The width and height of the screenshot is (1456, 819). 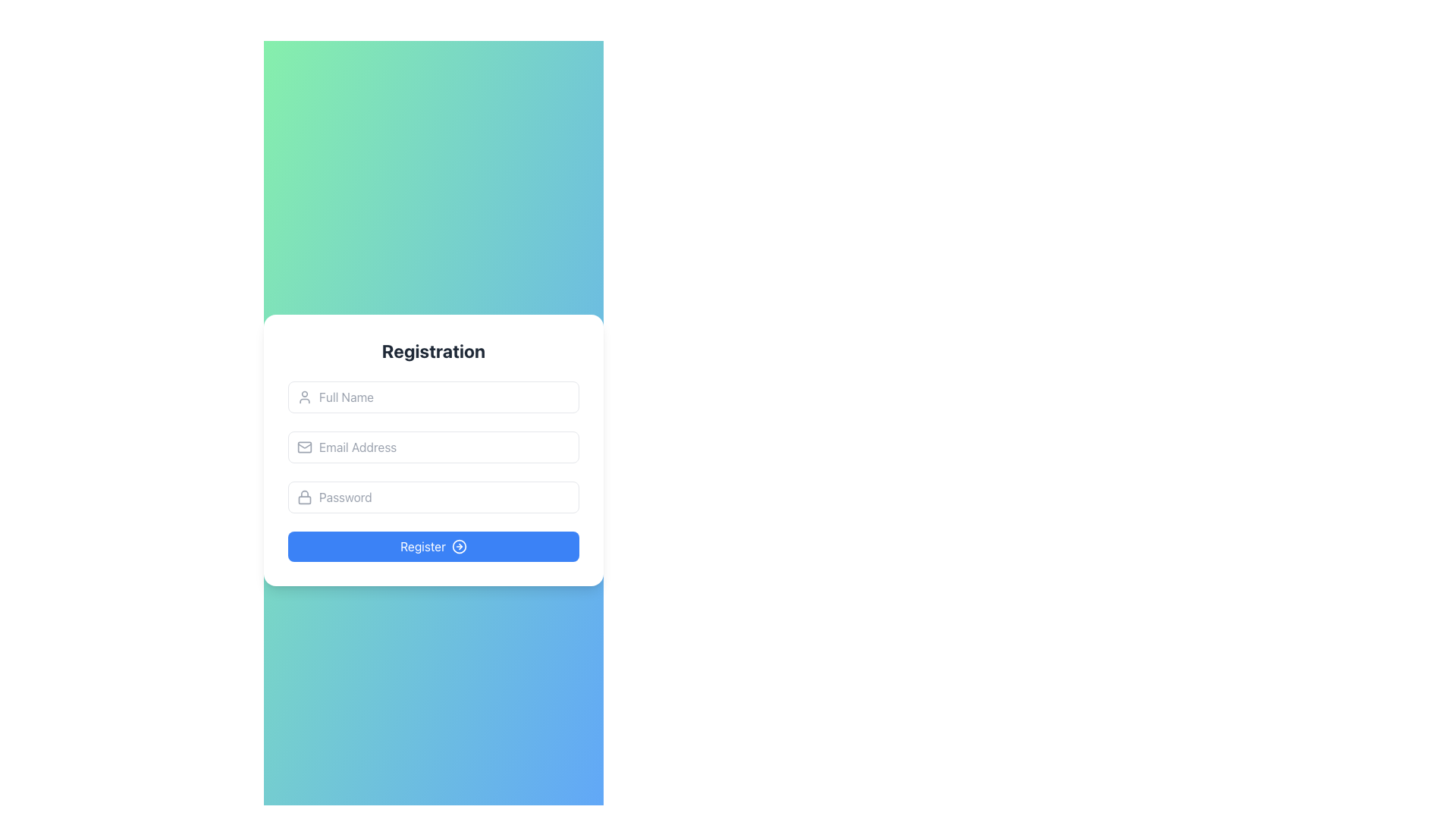 I want to click on the bottom segment of the lock icon representing security, which is located to the left of the 'Password' input field, so click(x=304, y=500).